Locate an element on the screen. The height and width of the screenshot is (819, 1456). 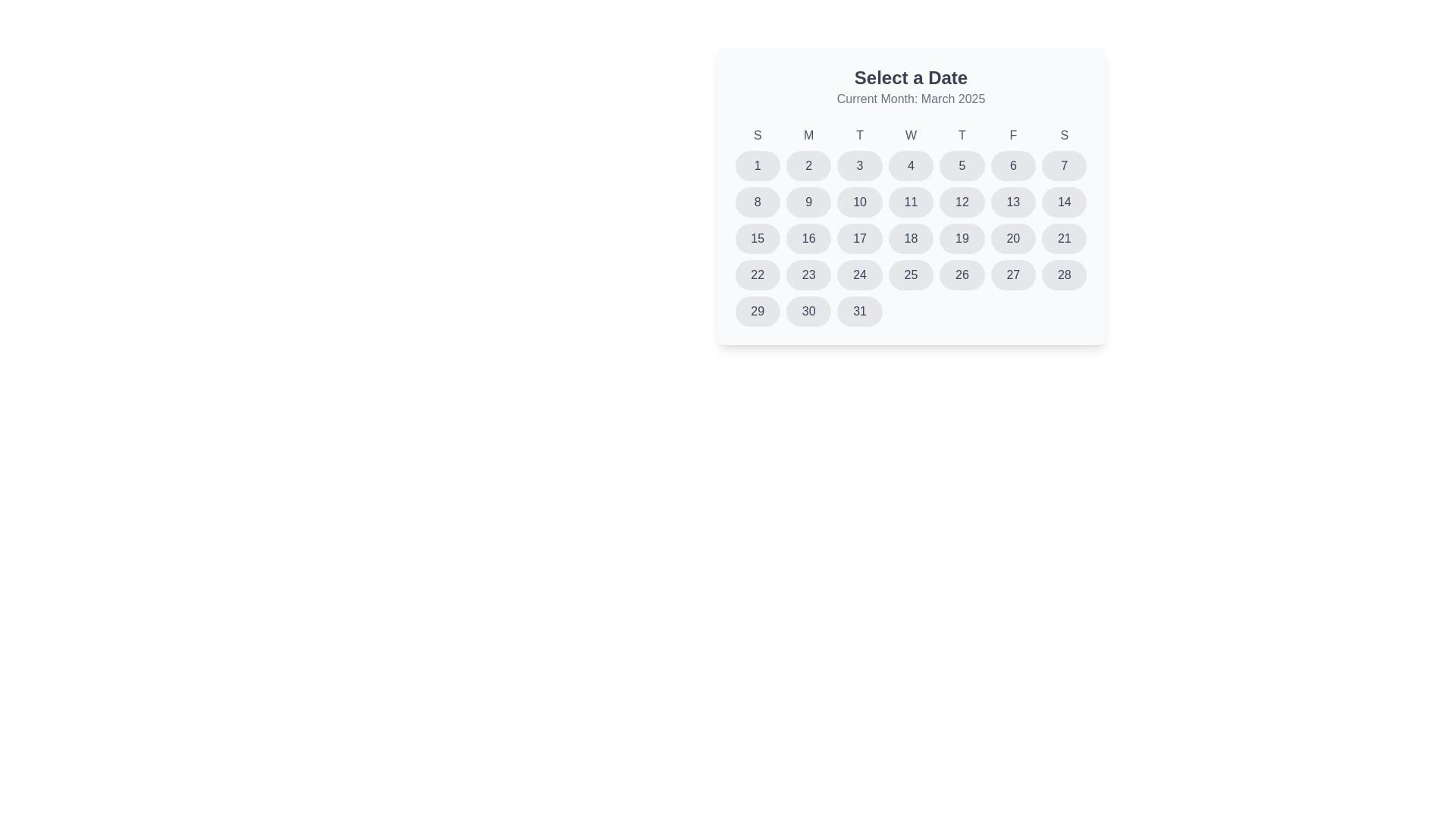
the rounded button labeled '7' with a gray background located in the top-right area of the calendar grid is located at coordinates (1063, 166).